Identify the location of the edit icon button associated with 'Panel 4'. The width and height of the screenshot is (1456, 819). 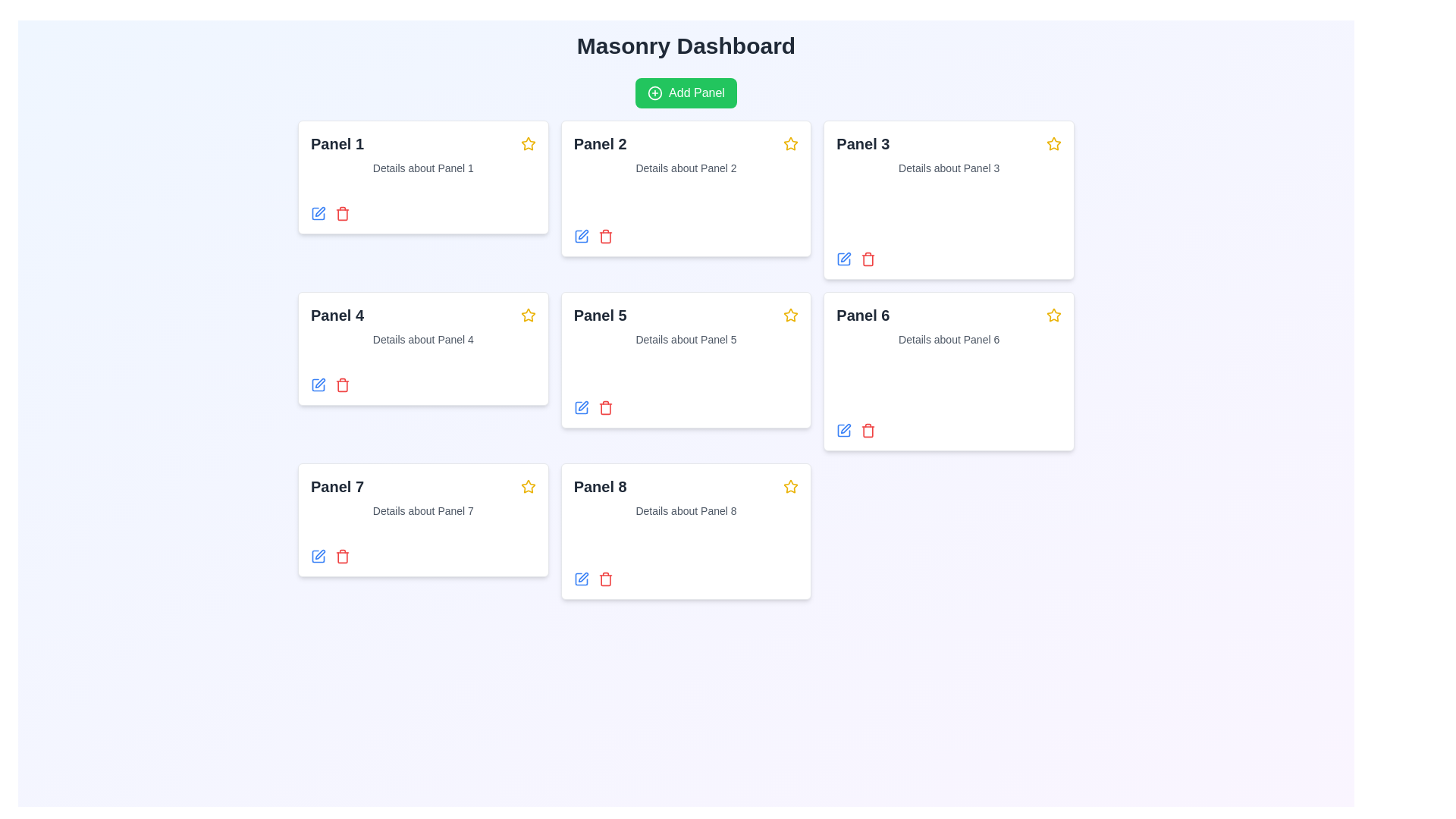
(319, 382).